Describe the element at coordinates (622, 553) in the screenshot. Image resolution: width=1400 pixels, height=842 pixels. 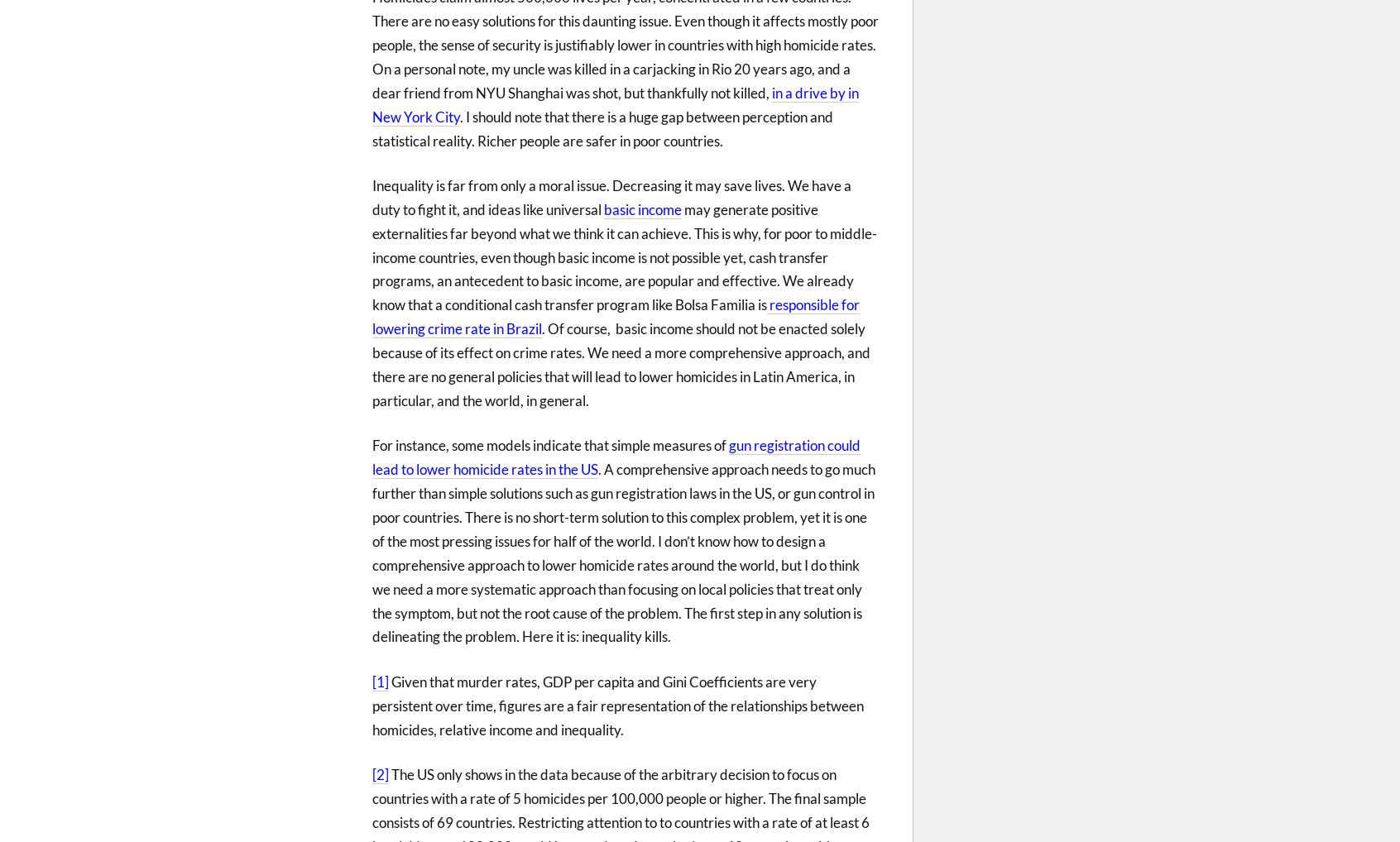
I see `'. A comprehensive approach needs to go much further than simple solutions such as gun registration laws in the US, or gun control in poor countries. There is no short-term solution to this complex problem, yet it is one of the most pressing issues for half of the world. I don’t know how to design a comprehensive approach to lower homicide rates around the world, but I do think we need a more systematic approach than focusing on local policies that treat only the symptom, but not the root cause of the problem. The first step in any solution is delineating the problem. Here it is: inequality kills.'` at that location.